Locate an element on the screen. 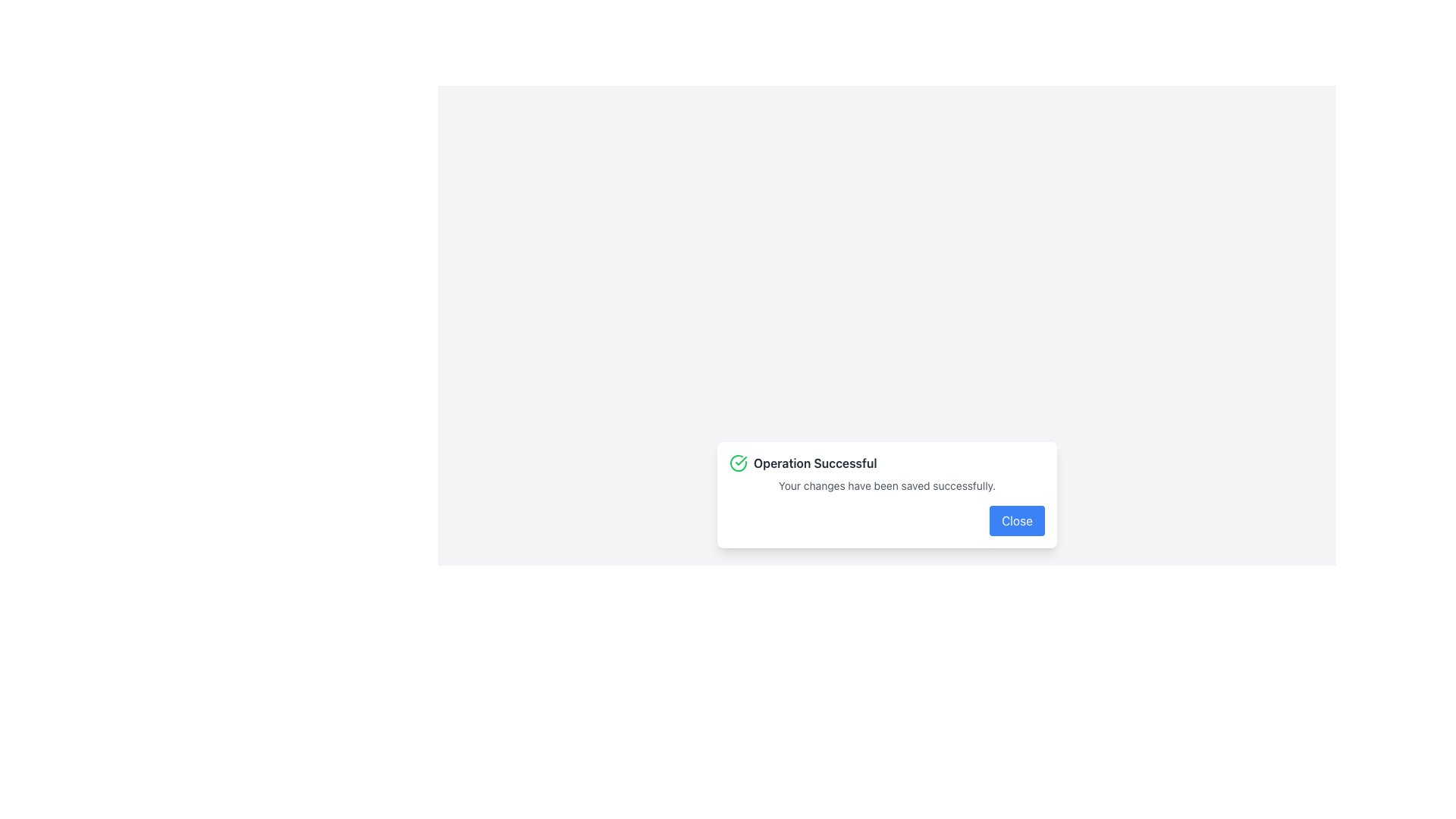 Image resolution: width=1456 pixels, height=819 pixels. the text label that indicates the success of an operation within the notification box to potentially trigger a tooltip is located at coordinates (814, 462).